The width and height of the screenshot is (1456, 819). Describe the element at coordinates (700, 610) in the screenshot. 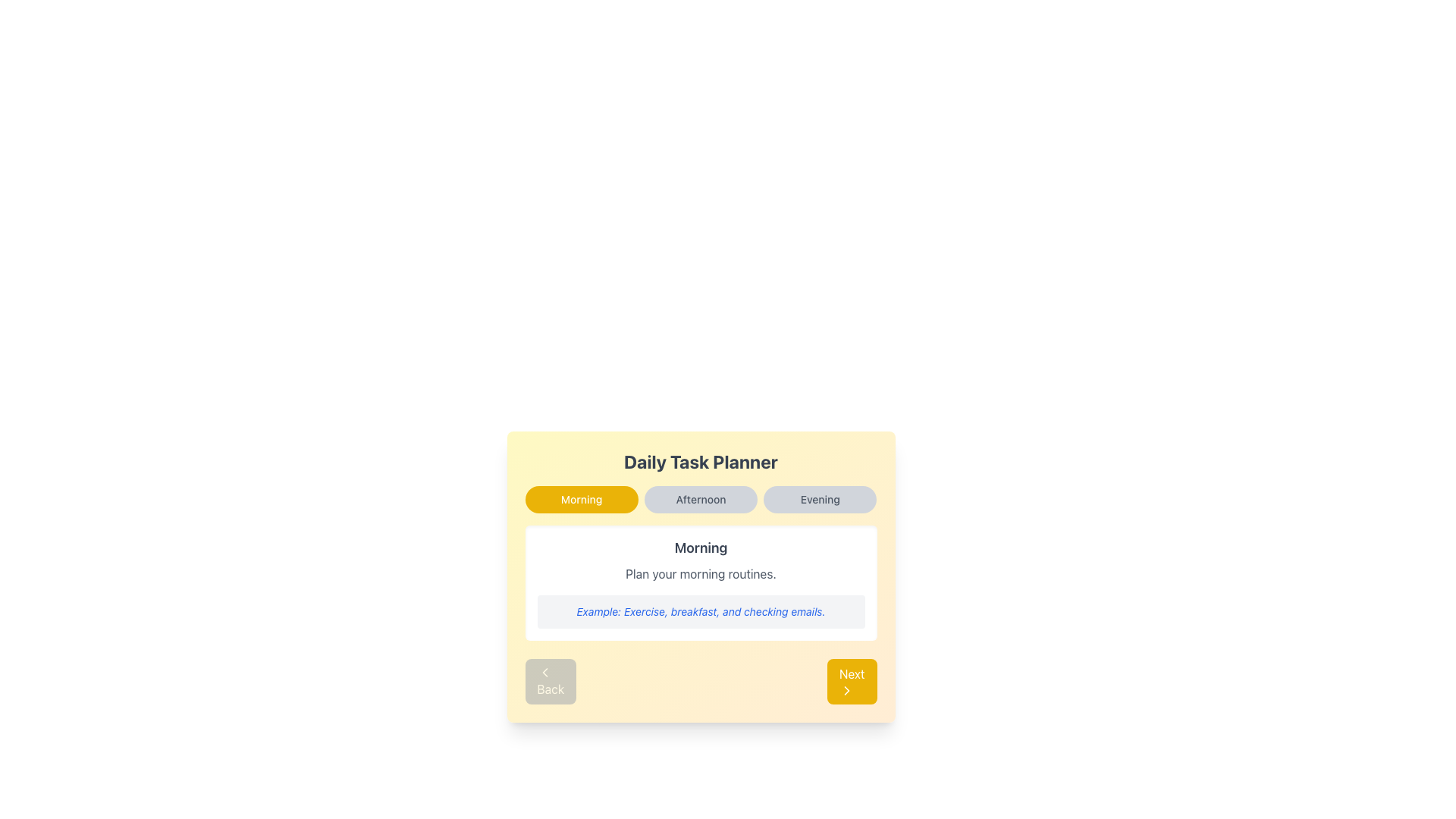

I see `the italicized blue text label that reads 'Example: Exercise, breakfast, and checking emails.' which is located below the 'Plan your morning routines.' section inside the 'Morning.' box` at that location.